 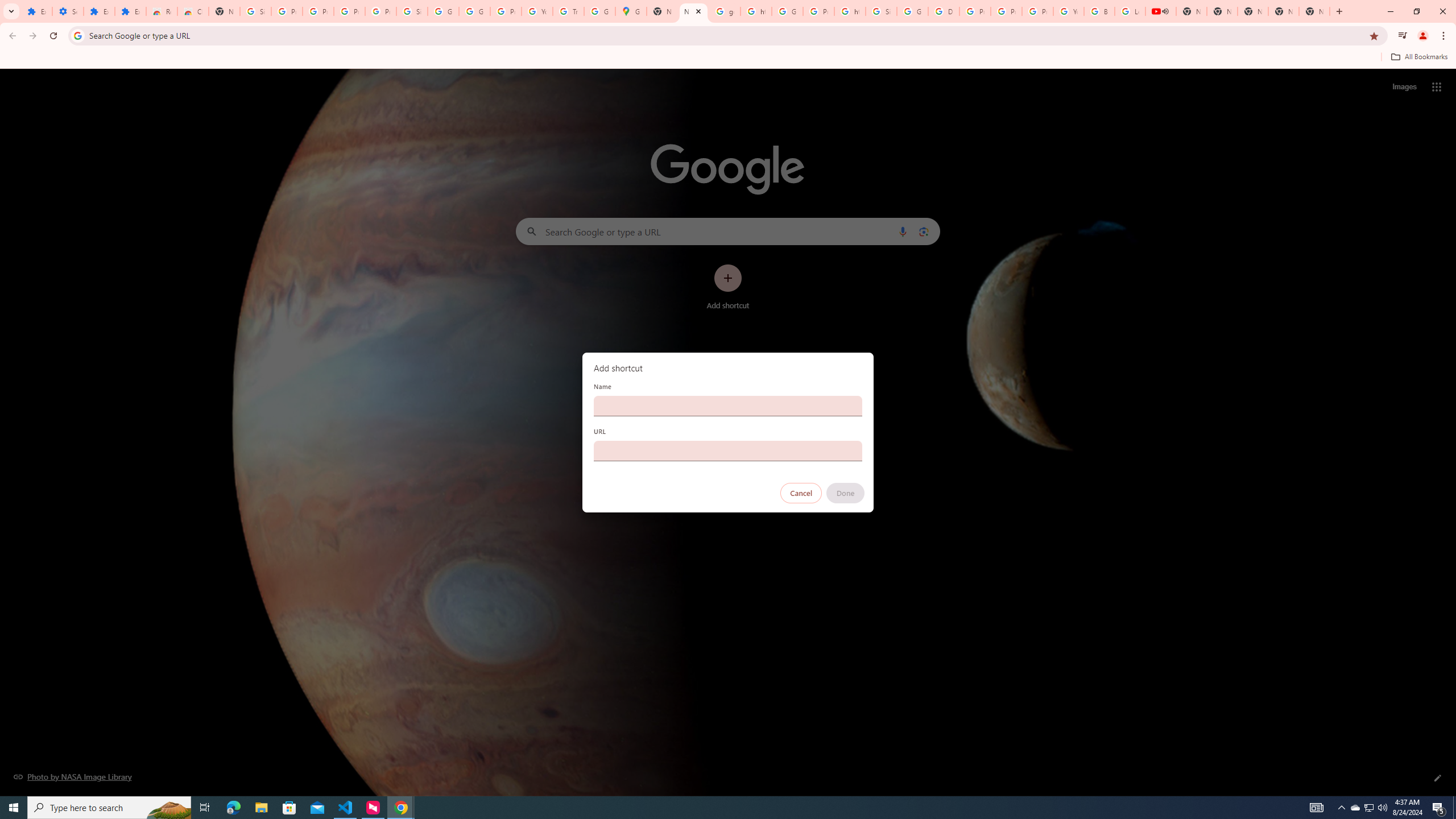 I want to click on 'Chrome Web Store - Themes', so click(x=192, y=11).